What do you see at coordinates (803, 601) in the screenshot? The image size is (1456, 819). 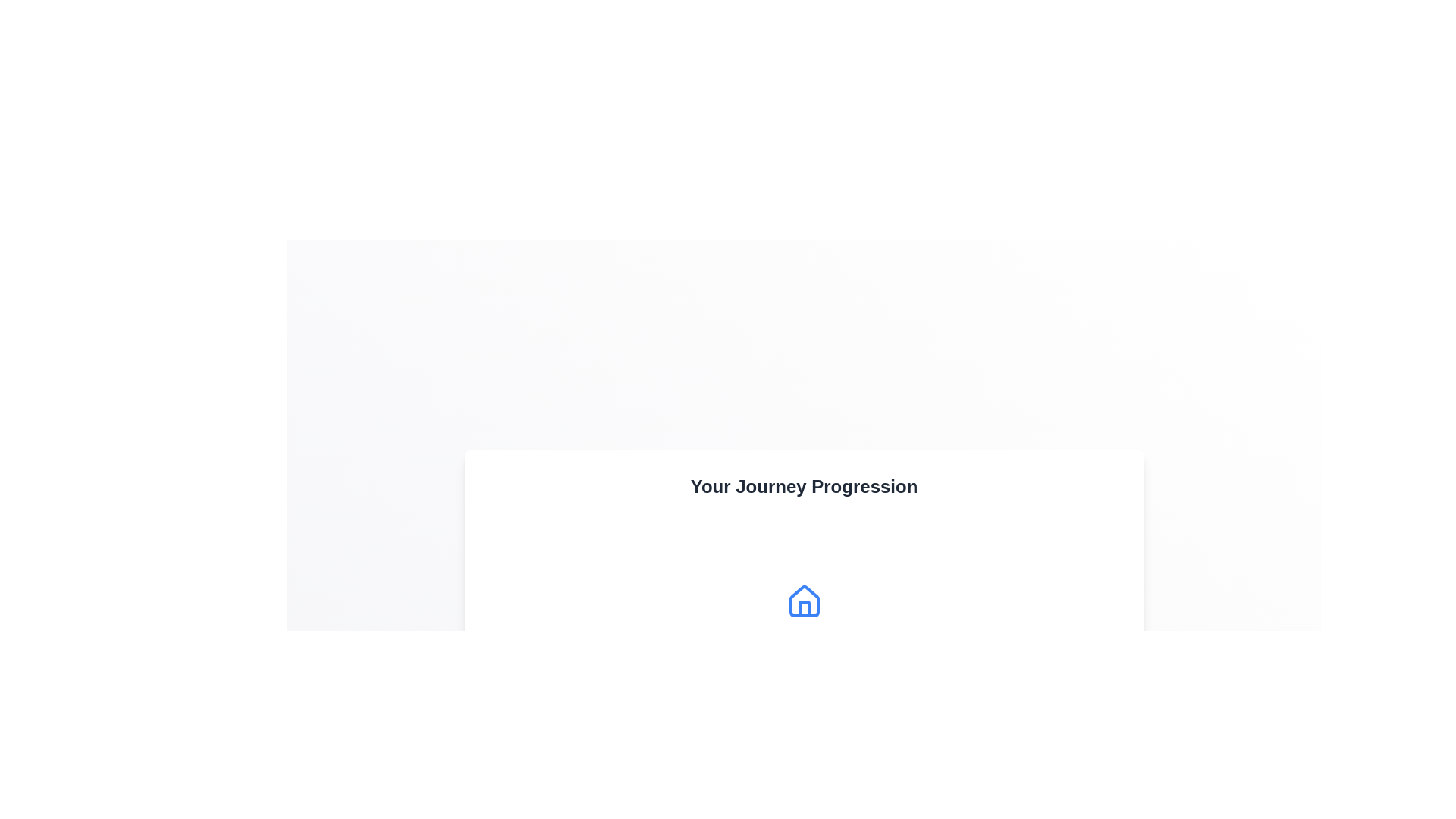 I see `the main structural outline of the house icon, which features a triangular roof and square base, located centrally under the text 'Your Journey Progression'` at bounding box center [803, 601].